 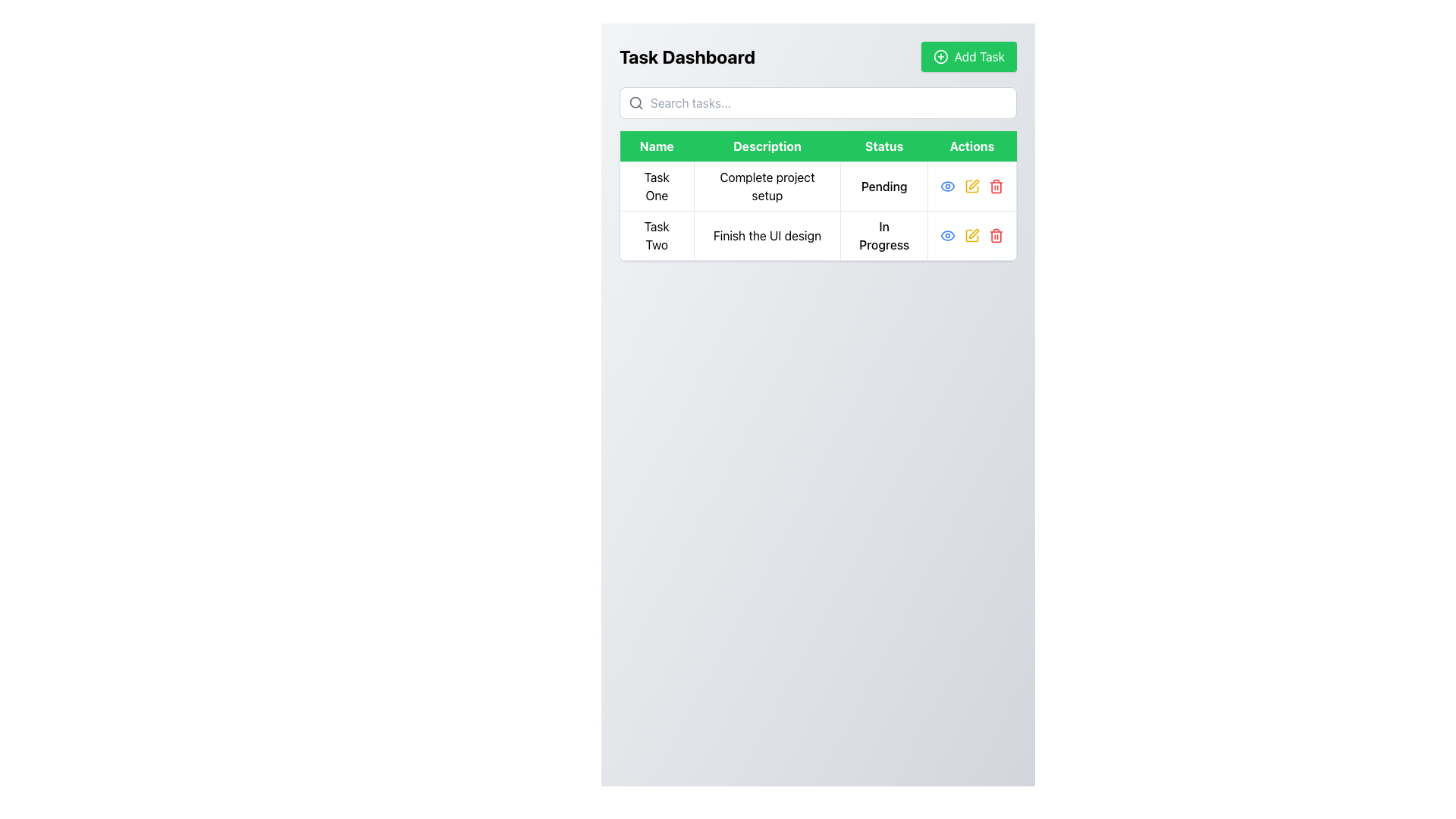 I want to click on the circular lens of the search magnifying glass icon located in the upper-left portion of the search bar area, so click(x=635, y=102).